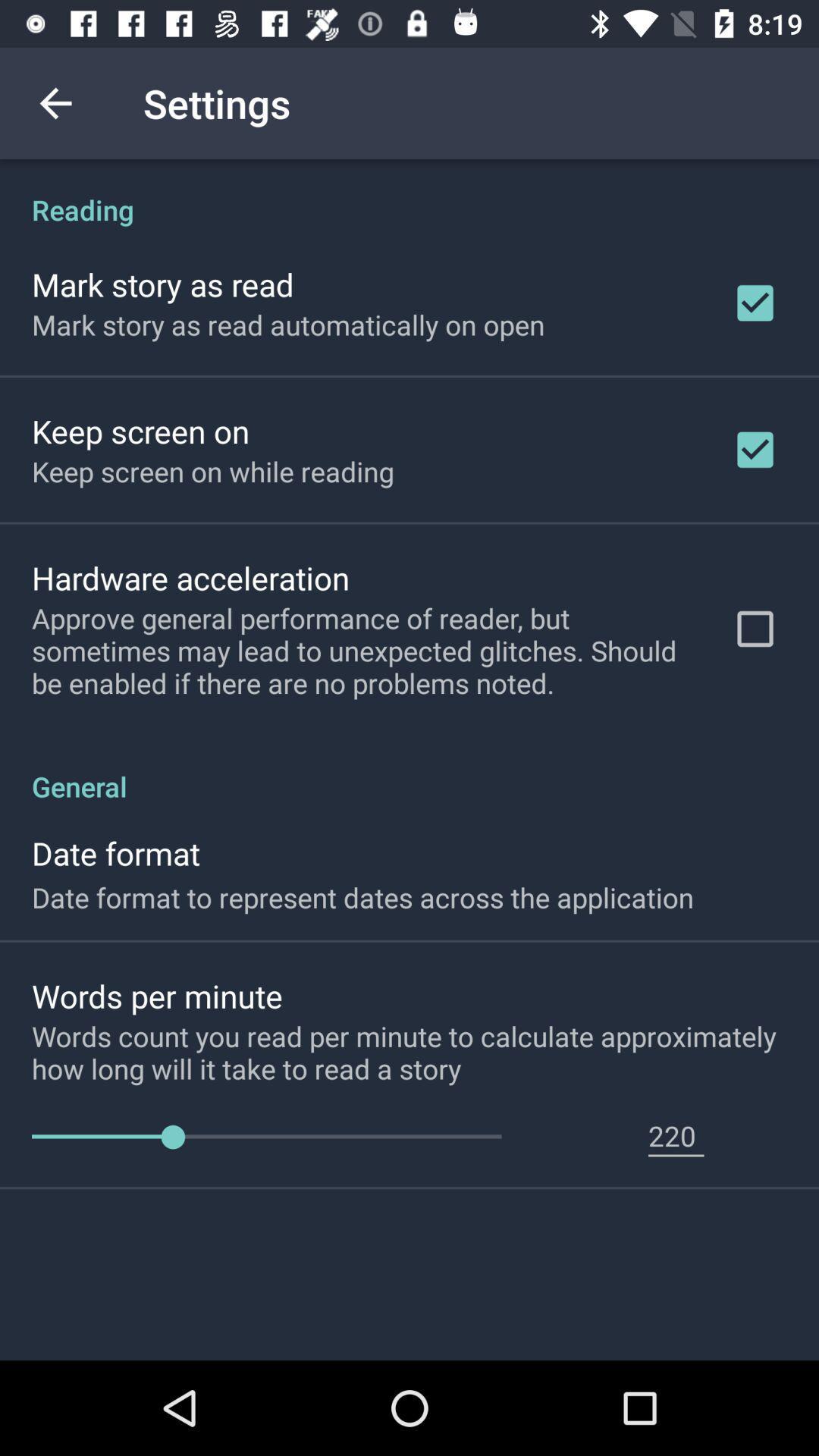  I want to click on the item below the keep screen on icon, so click(190, 577).